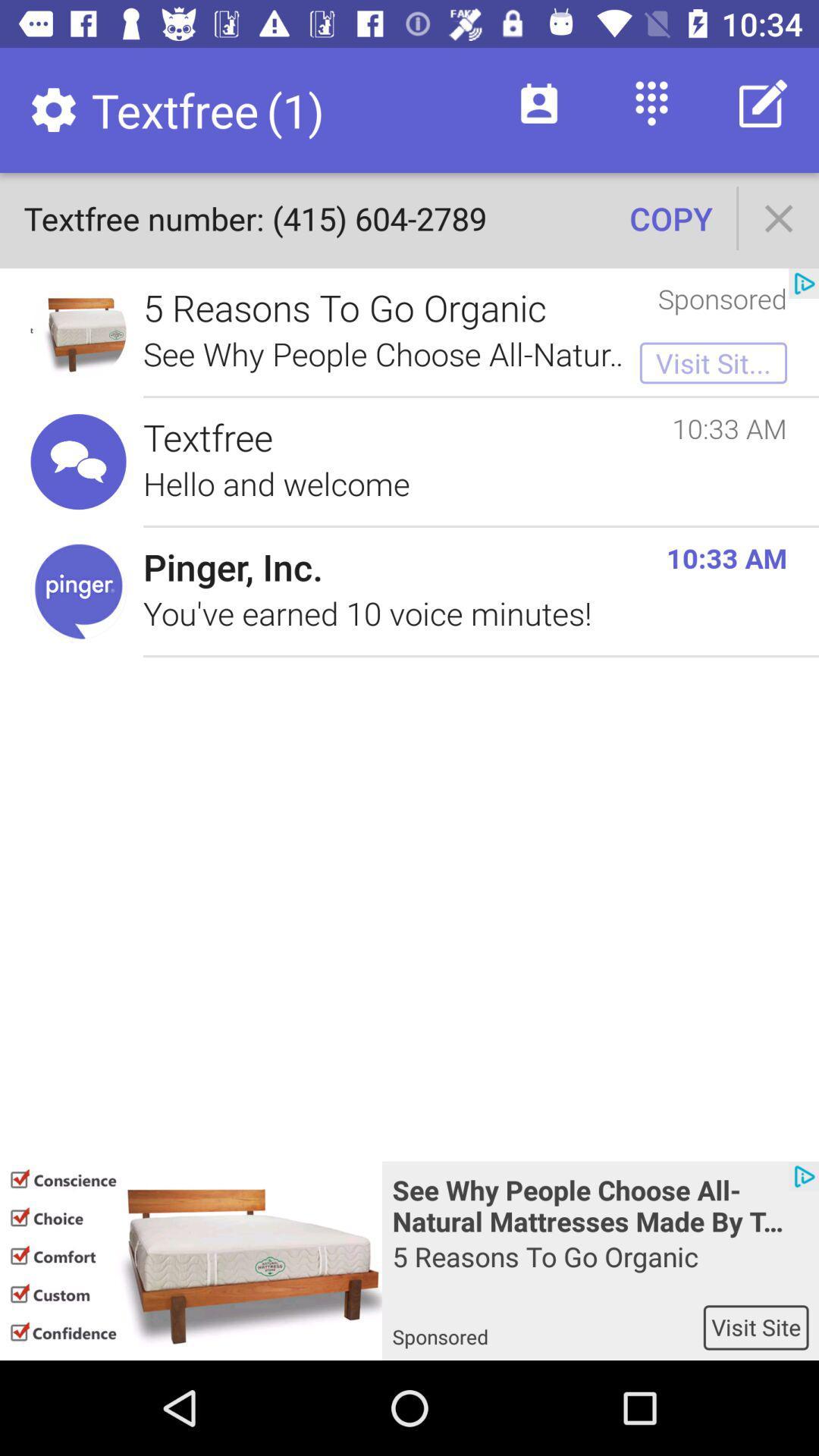  Describe the element at coordinates (670, 218) in the screenshot. I see `the icon to the right of textfree number 415 icon` at that location.